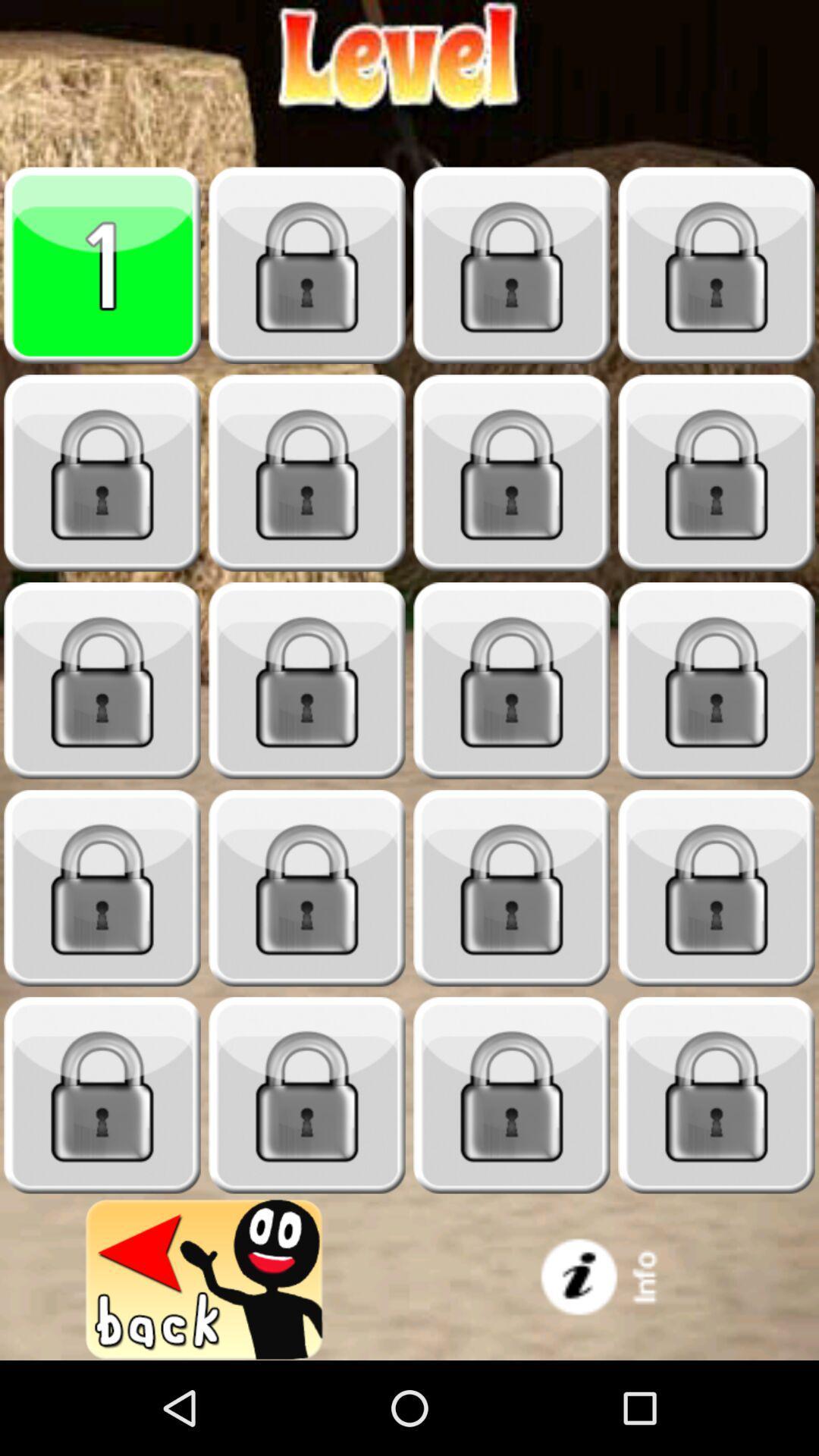 The height and width of the screenshot is (1456, 819). I want to click on long button, so click(717, 1095).